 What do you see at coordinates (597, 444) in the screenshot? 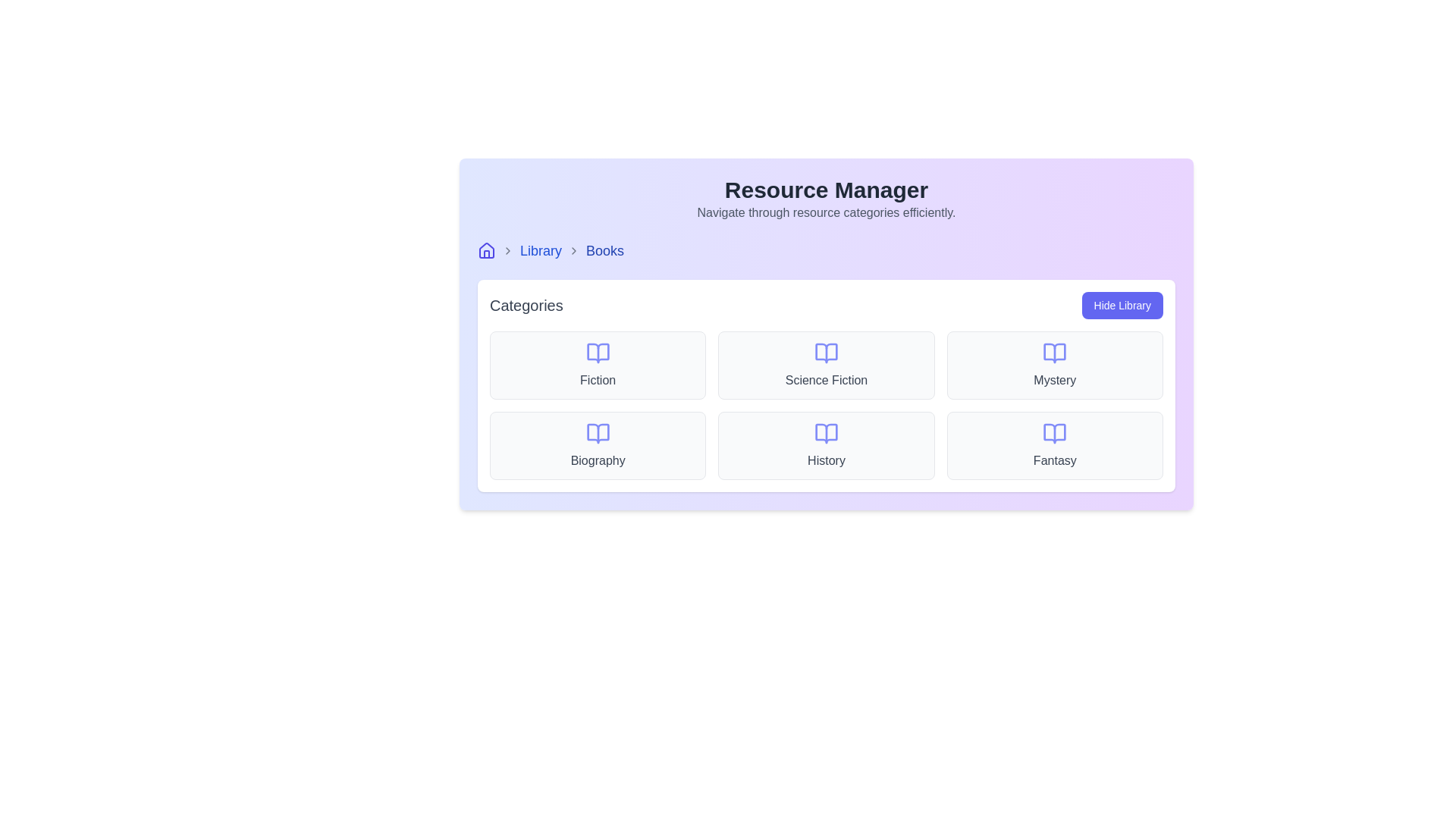
I see `the 'Biography' category card, which is a rectangular card with a light gray background and a lavender book icon, located in the second row, first column of the 'Categories' grid` at bounding box center [597, 444].